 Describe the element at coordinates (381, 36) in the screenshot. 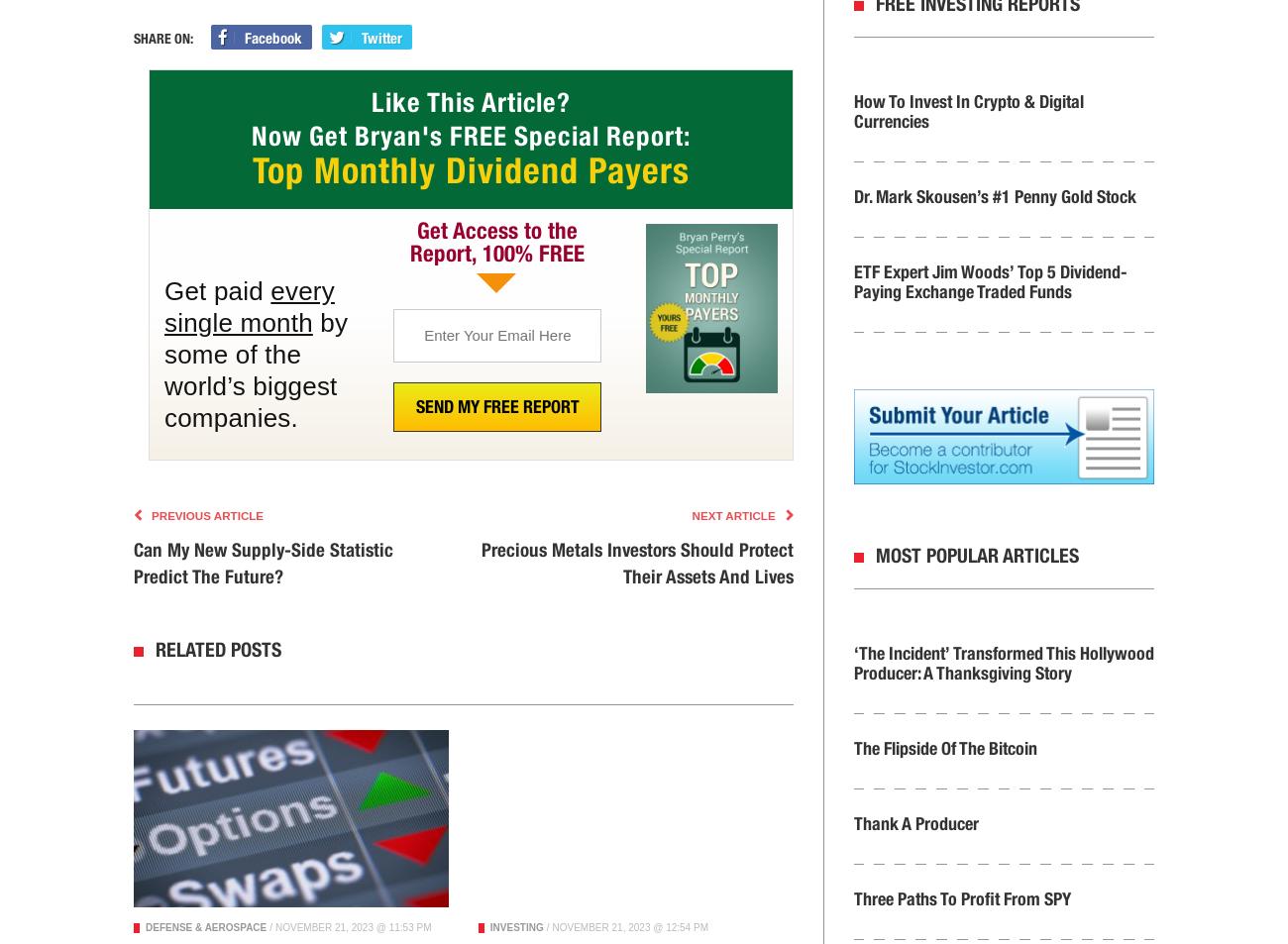

I see `'Twitter'` at that location.